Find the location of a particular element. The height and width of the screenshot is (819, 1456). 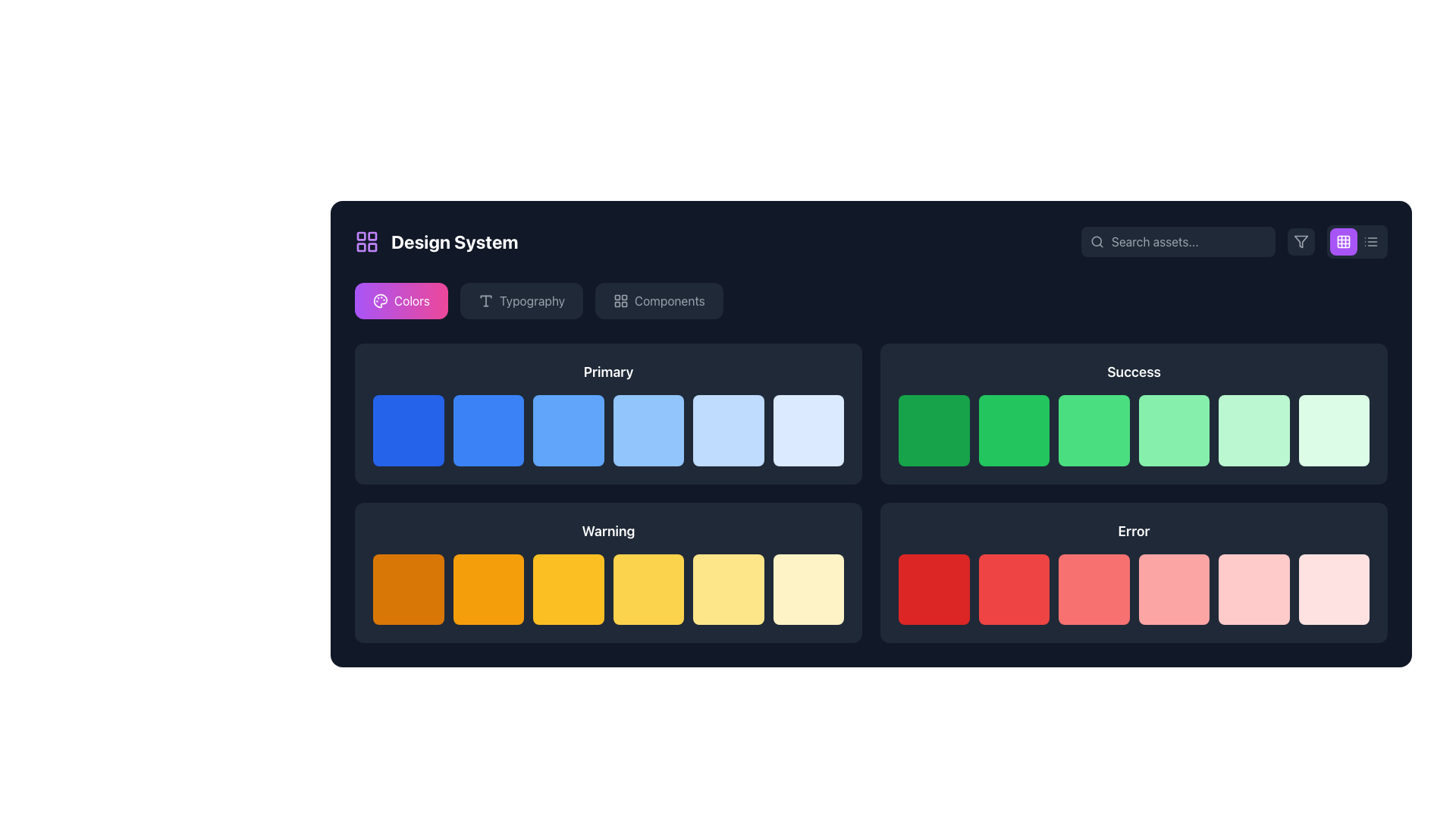

the text label displaying 'Primary' which is styled in a larger font size and bold weight against a dark background is located at coordinates (608, 372).